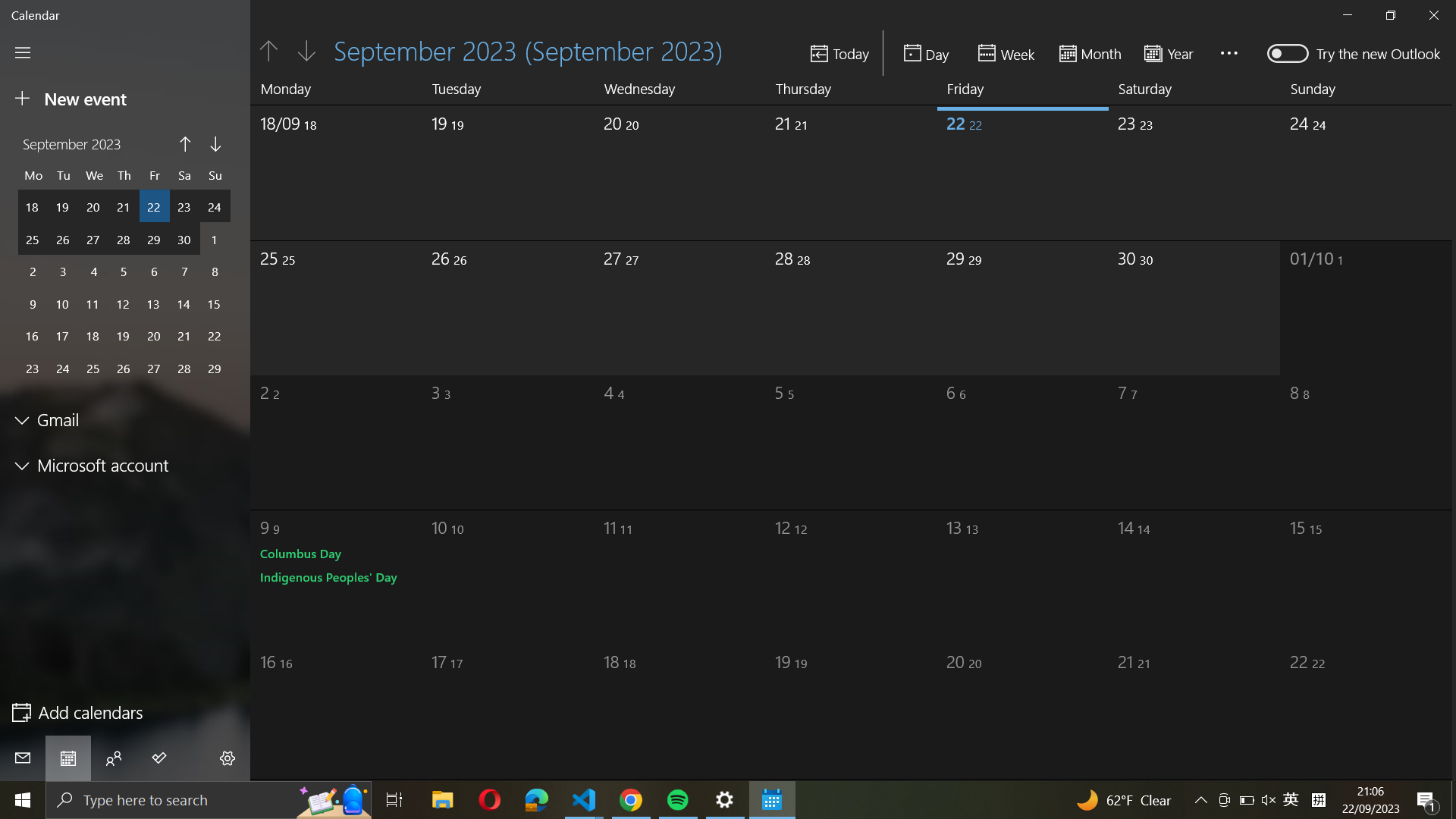 This screenshot has width=1456, height=819. I want to click on Go to the date labeled as 09/30, so click(1195, 167).